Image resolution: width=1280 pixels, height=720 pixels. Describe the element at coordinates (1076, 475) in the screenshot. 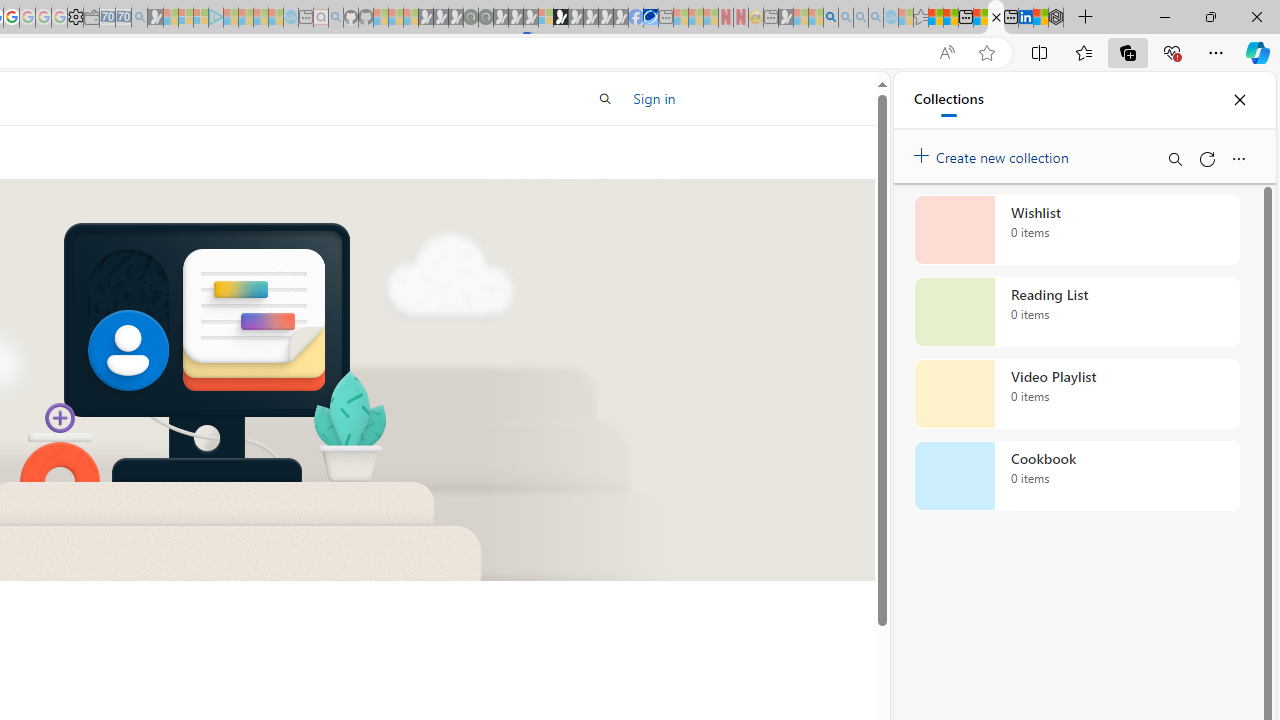

I see `'Cookbook collection, 0 items'` at that location.